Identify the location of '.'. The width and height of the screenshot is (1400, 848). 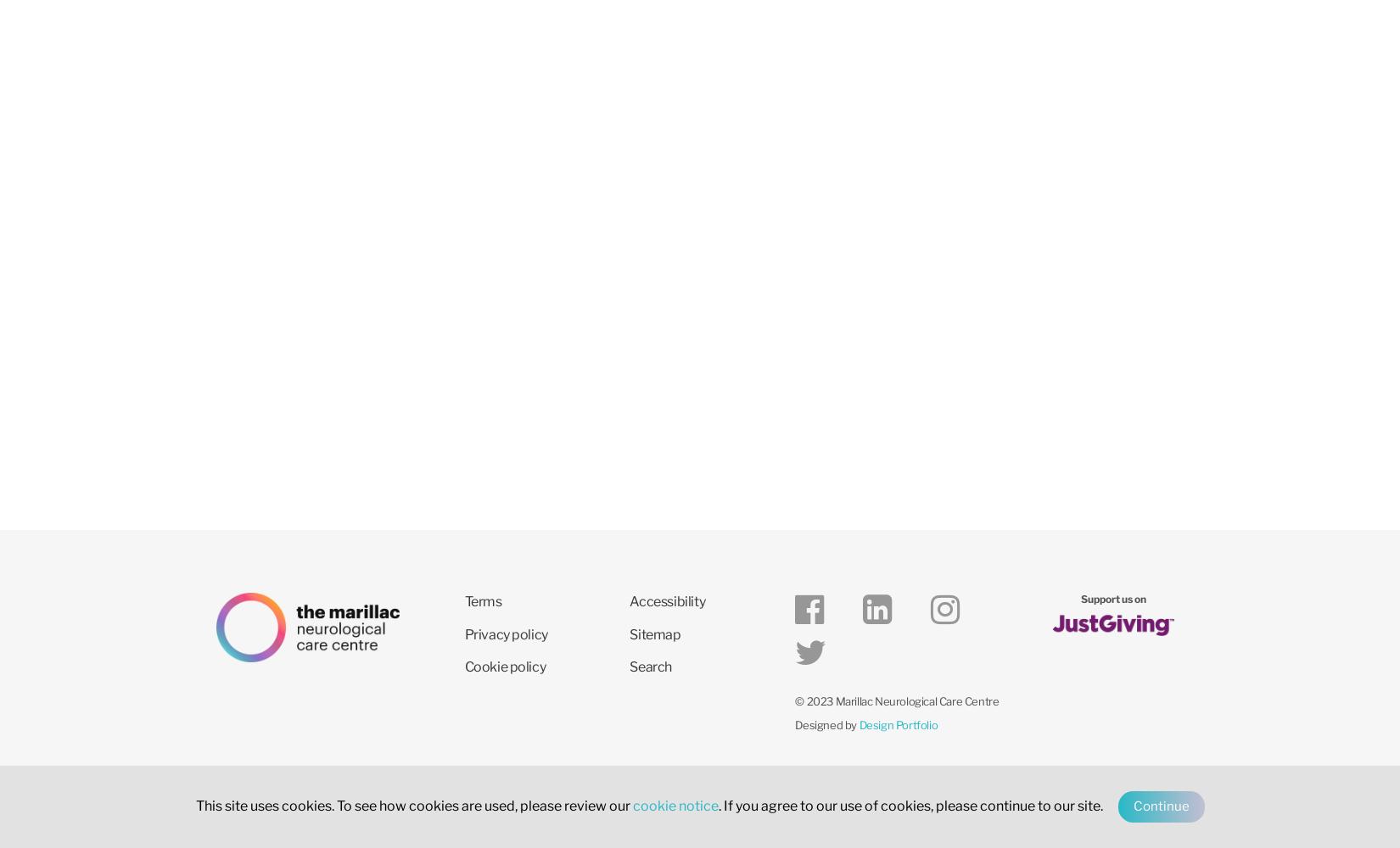
(720, 805).